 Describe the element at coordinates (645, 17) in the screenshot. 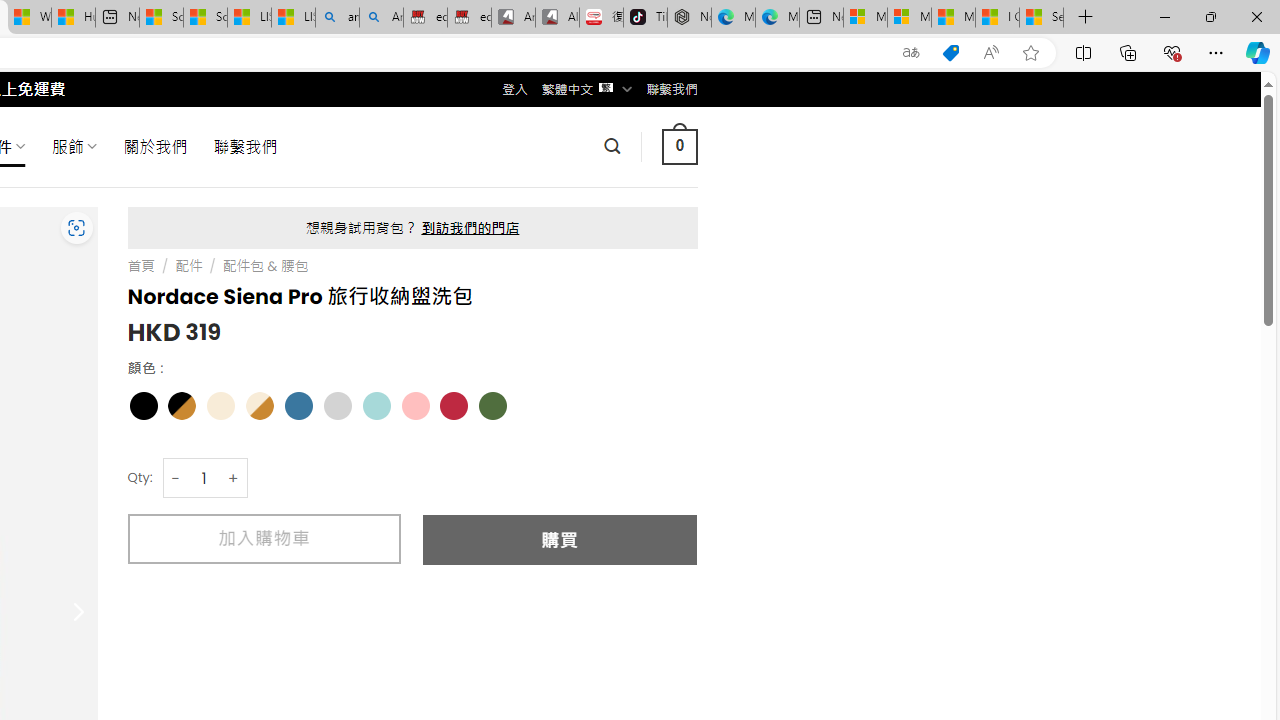

I see `'TikTok'` at that location.